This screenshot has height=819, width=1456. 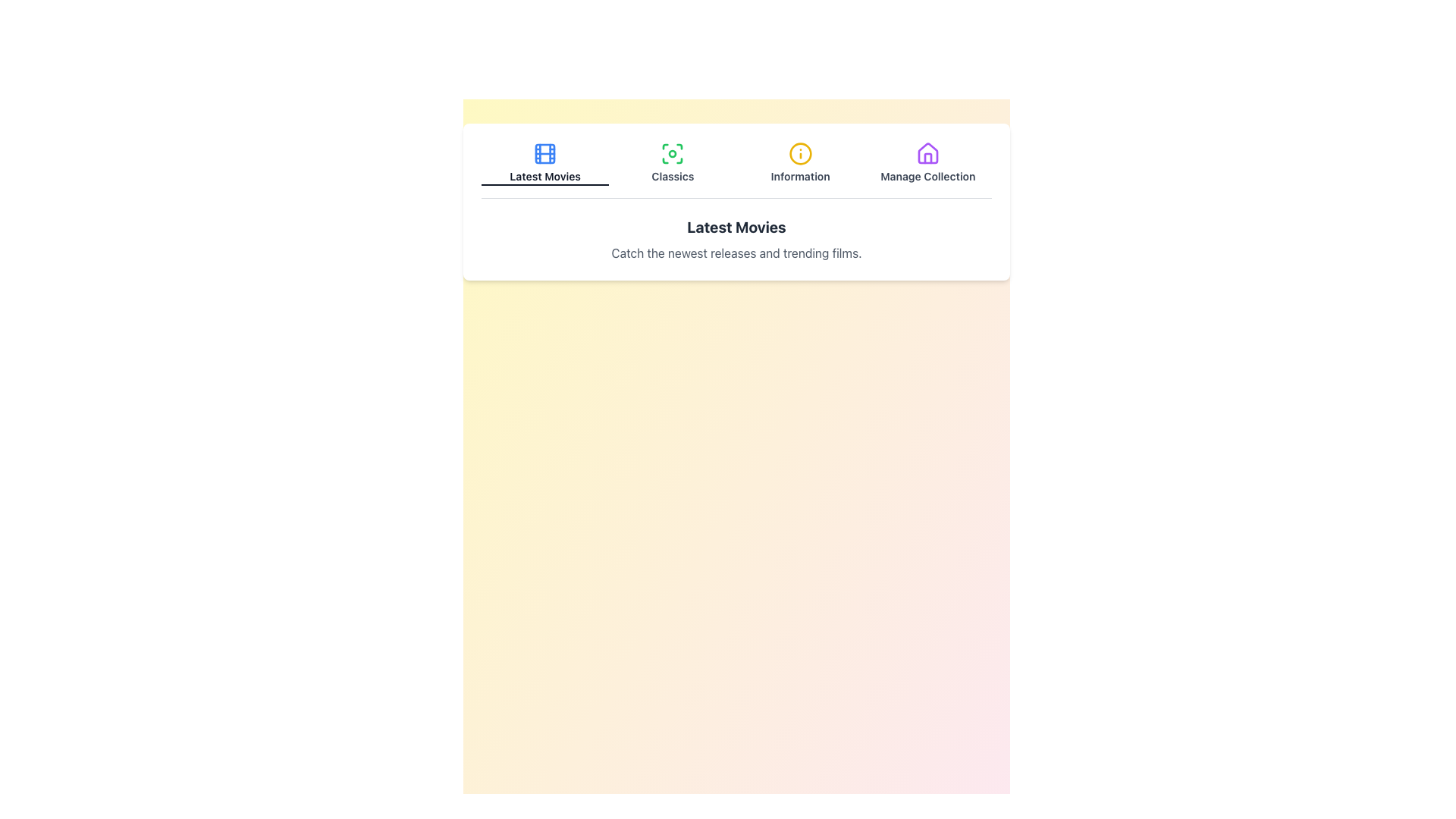 What do you see at coordinates (736, 253) in the screenshot?
I see `textual description element displaying 'Catch the newest releases and trending films' positioned beneath the title 'Latest Movies' for development or testing purposes` at bounding box center [736, 253].